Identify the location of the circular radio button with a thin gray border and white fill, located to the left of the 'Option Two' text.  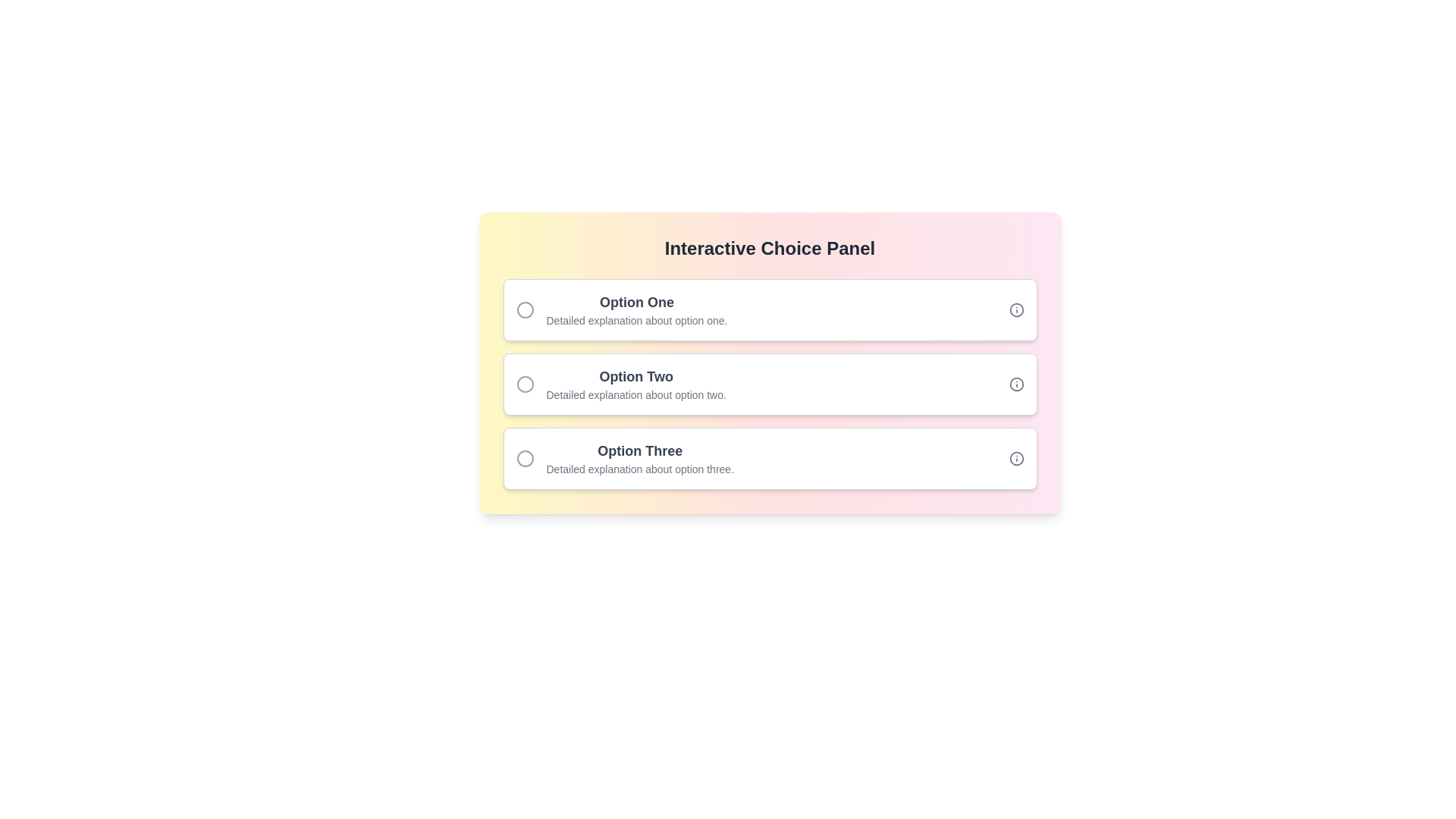
(531, 383).